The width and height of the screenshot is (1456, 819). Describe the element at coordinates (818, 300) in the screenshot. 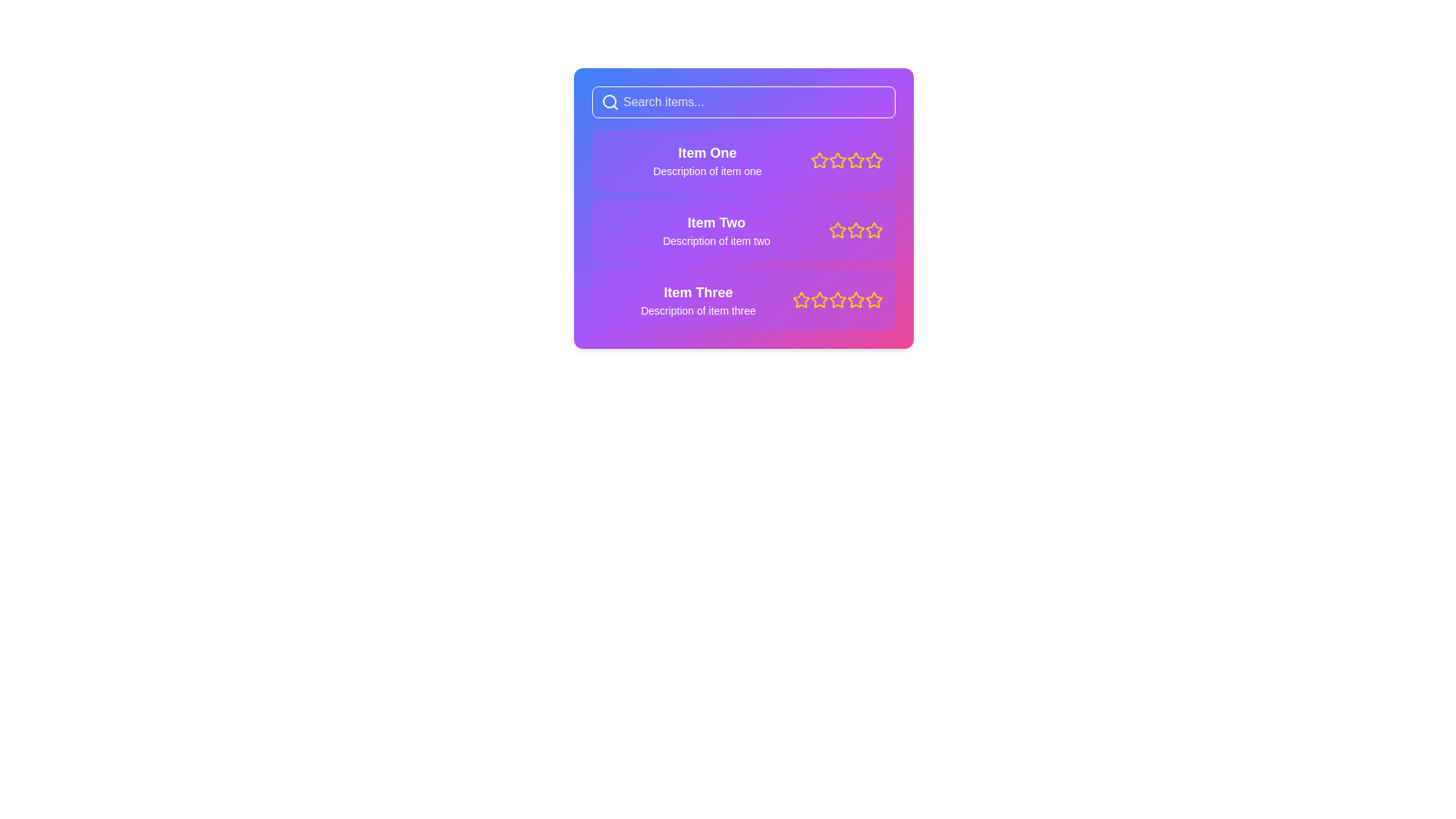

I see `the second star icon in the rating system for 'Item Three', which is located below the search bar and adjacent to the text 'Item Three'` at that location.